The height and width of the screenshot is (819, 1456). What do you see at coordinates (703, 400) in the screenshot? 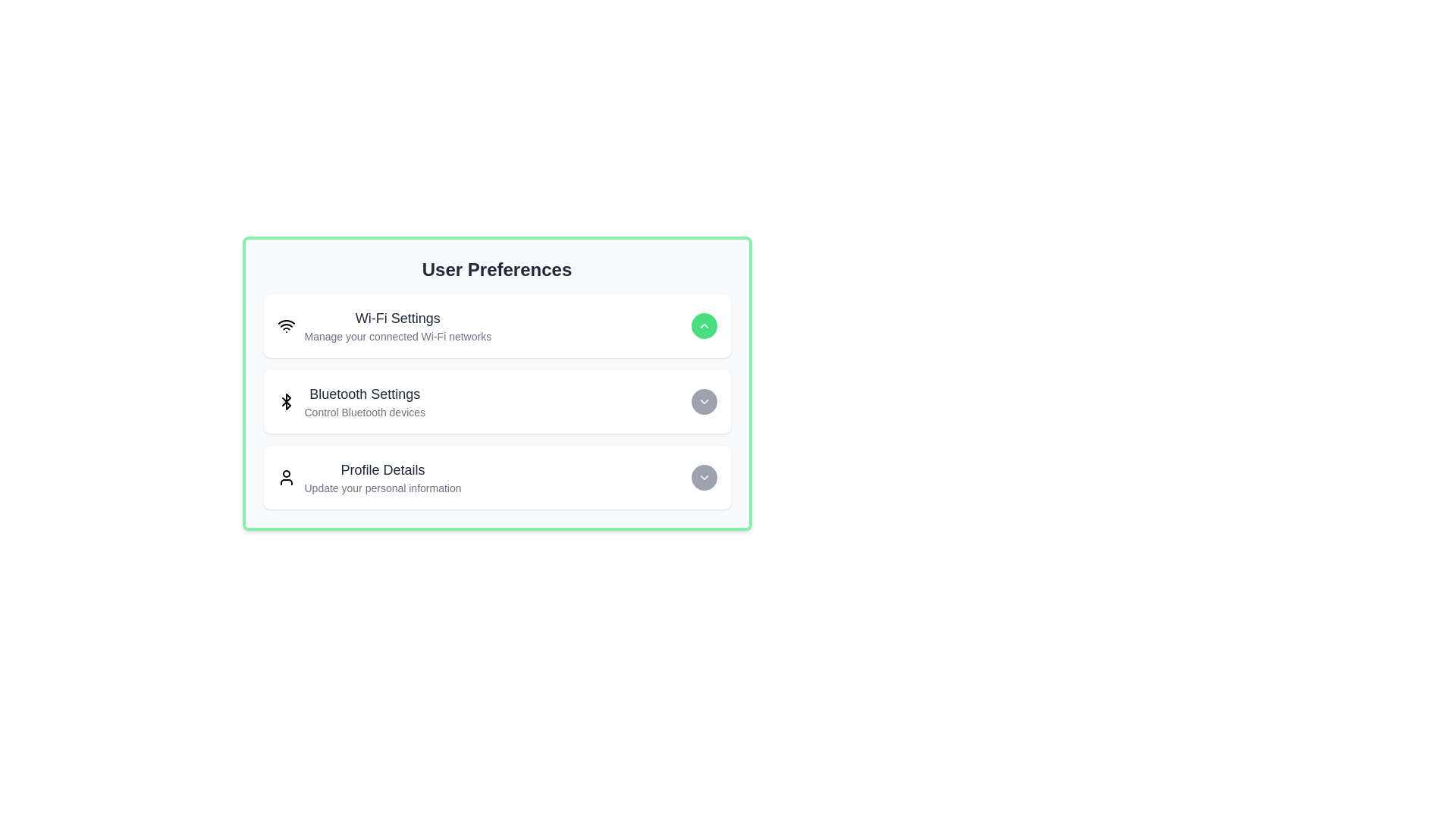
I see `the preference corresponding to Bluetooth Settings` at bounding box center [703, 400].